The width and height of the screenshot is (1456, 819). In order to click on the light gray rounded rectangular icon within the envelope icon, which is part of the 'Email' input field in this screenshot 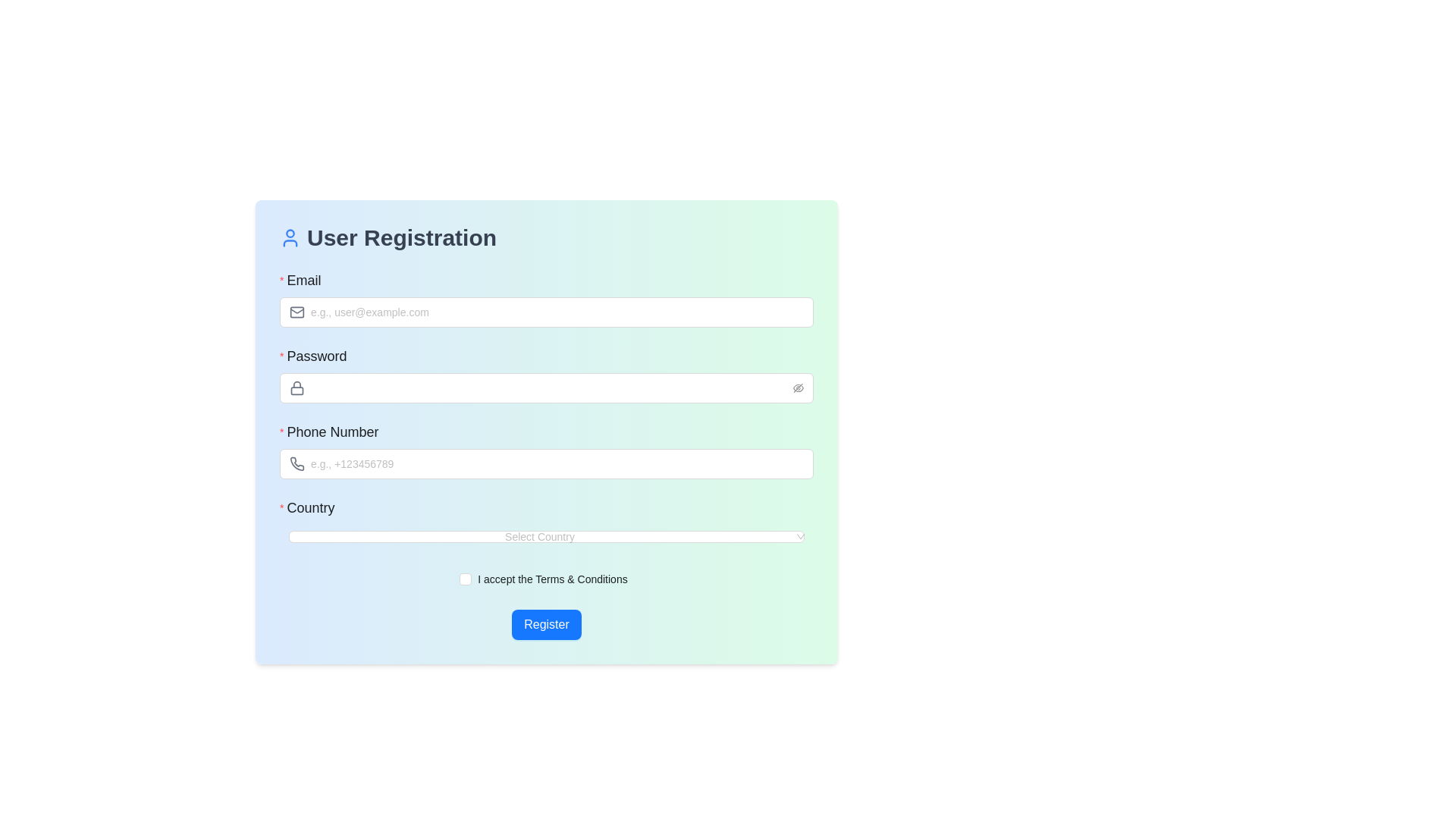, I will do `click(297, 312)`.